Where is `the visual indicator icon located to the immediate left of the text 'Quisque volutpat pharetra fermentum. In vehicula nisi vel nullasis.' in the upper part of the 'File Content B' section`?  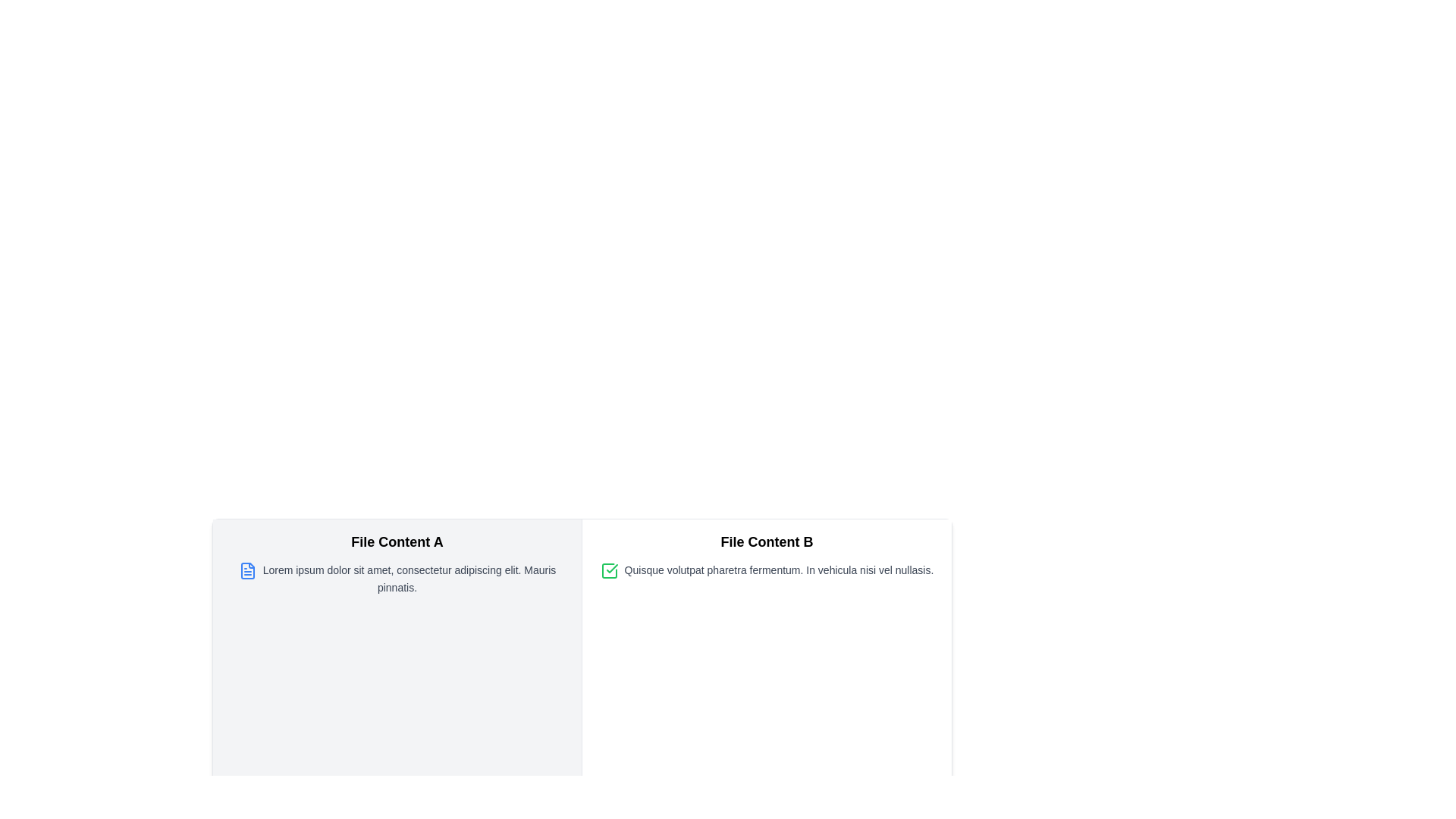
the visual indicator icon located to the immediate left of the text 'Quisque volutpat pharetra fermentum. In vehicula nisi vel nullasis.' in the upper part of the 'File Content B' section is located at coordinates (609, 570).